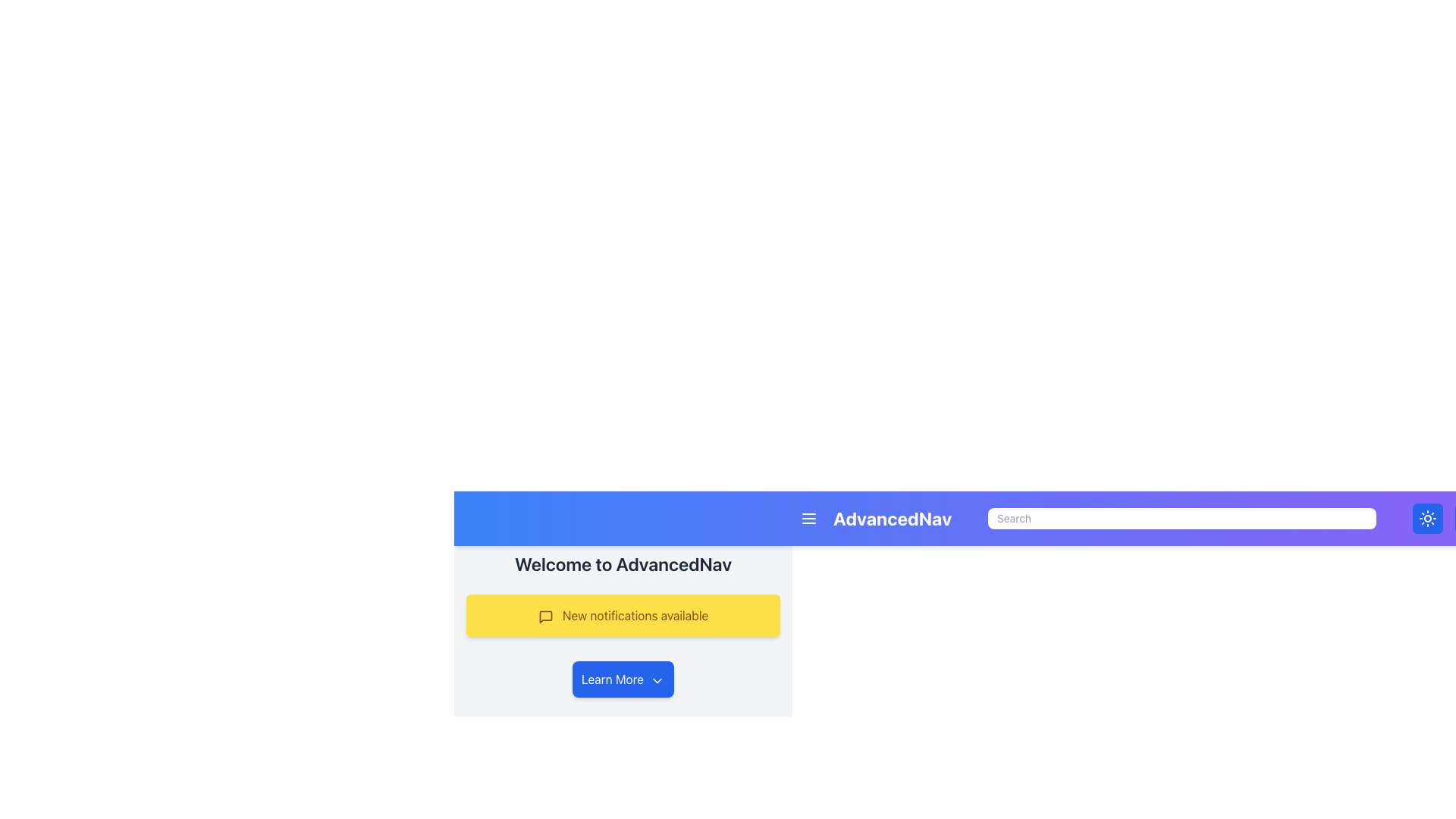  Describe the element at coordinates (545, 617) in the screenshot. I see `the speech bubble icon located on the left side of the yellow notification banner that indicates 'New notifications available'` at that location.